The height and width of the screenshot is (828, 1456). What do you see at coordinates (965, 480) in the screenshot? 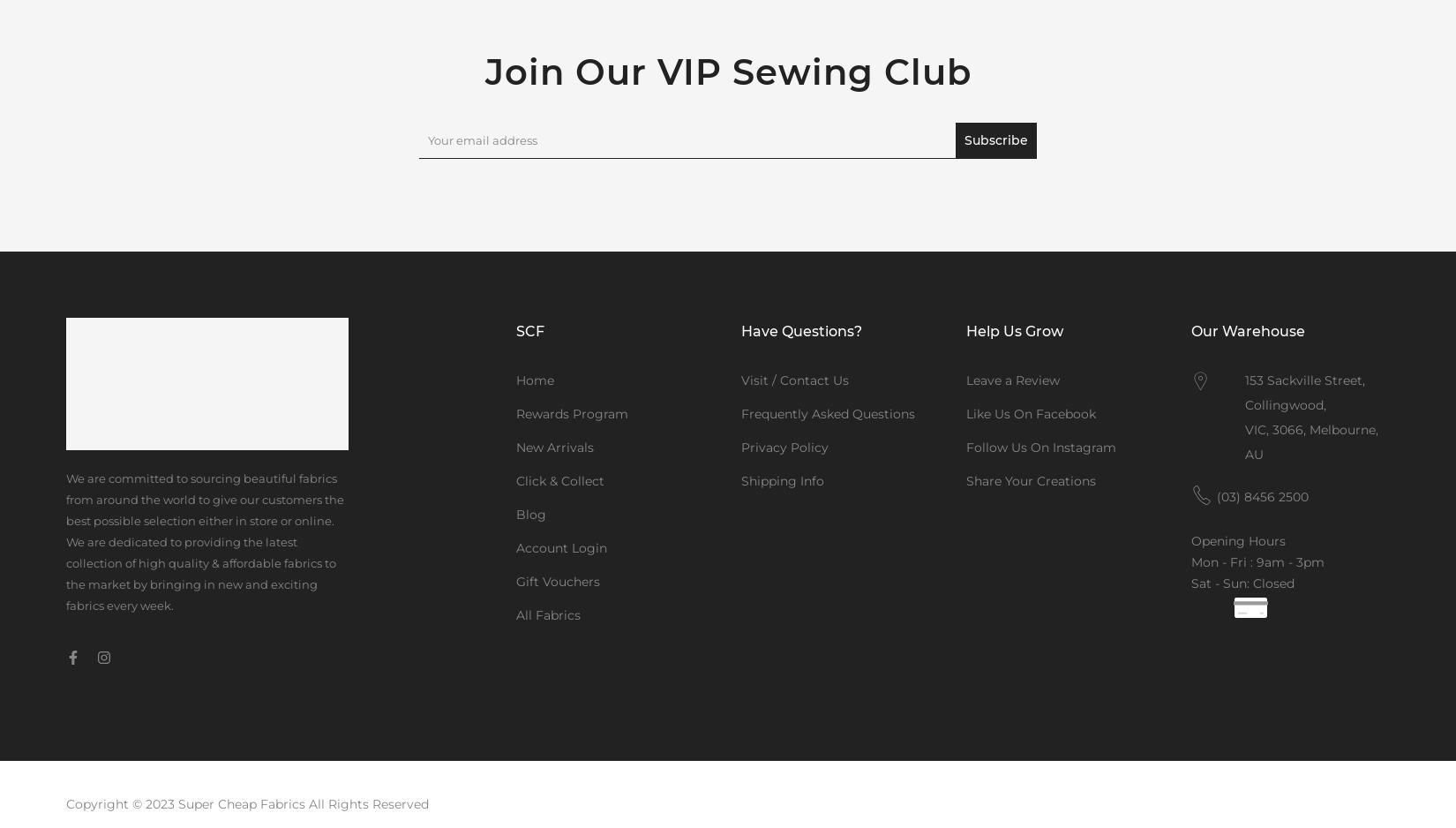
I see `'Share Your Creations'` at bounding box center [965, 480].